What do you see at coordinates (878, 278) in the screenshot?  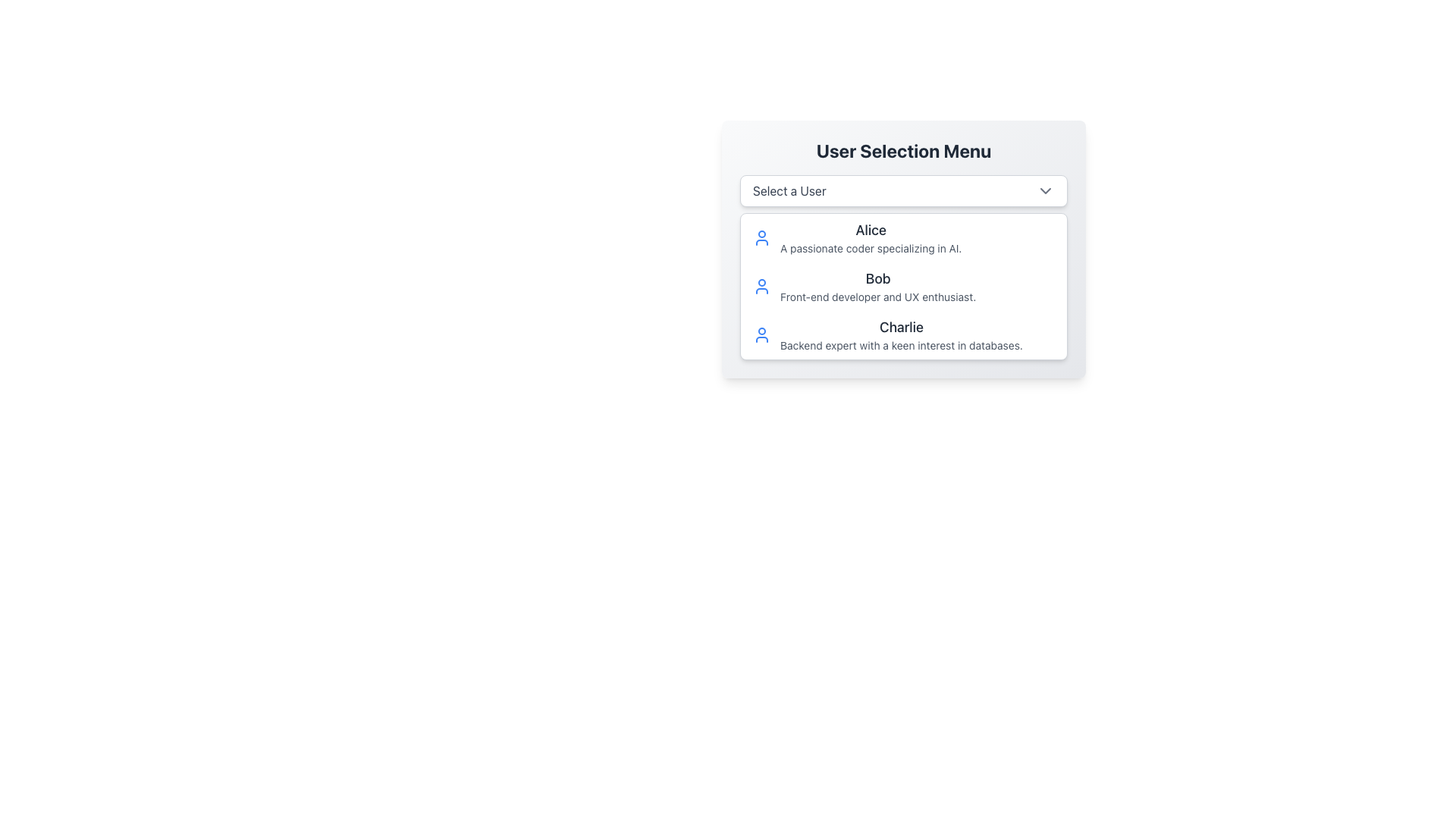 I see `the text label displaying 'Bob', which is the middle user entry in the 'User Selection Menu'` at bounding box center [878, 278].